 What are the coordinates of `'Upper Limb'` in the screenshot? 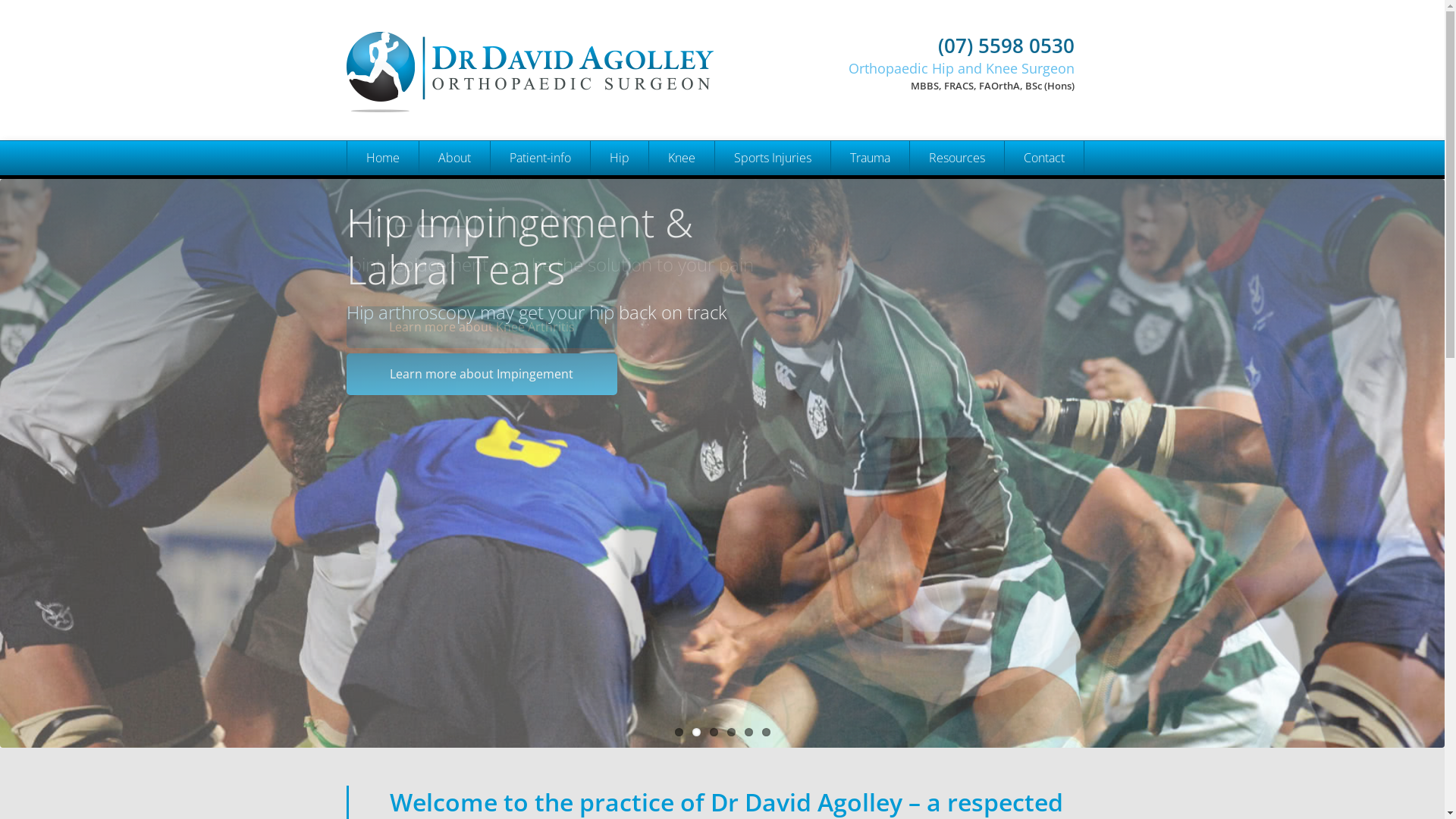 It's located at (869, 191).